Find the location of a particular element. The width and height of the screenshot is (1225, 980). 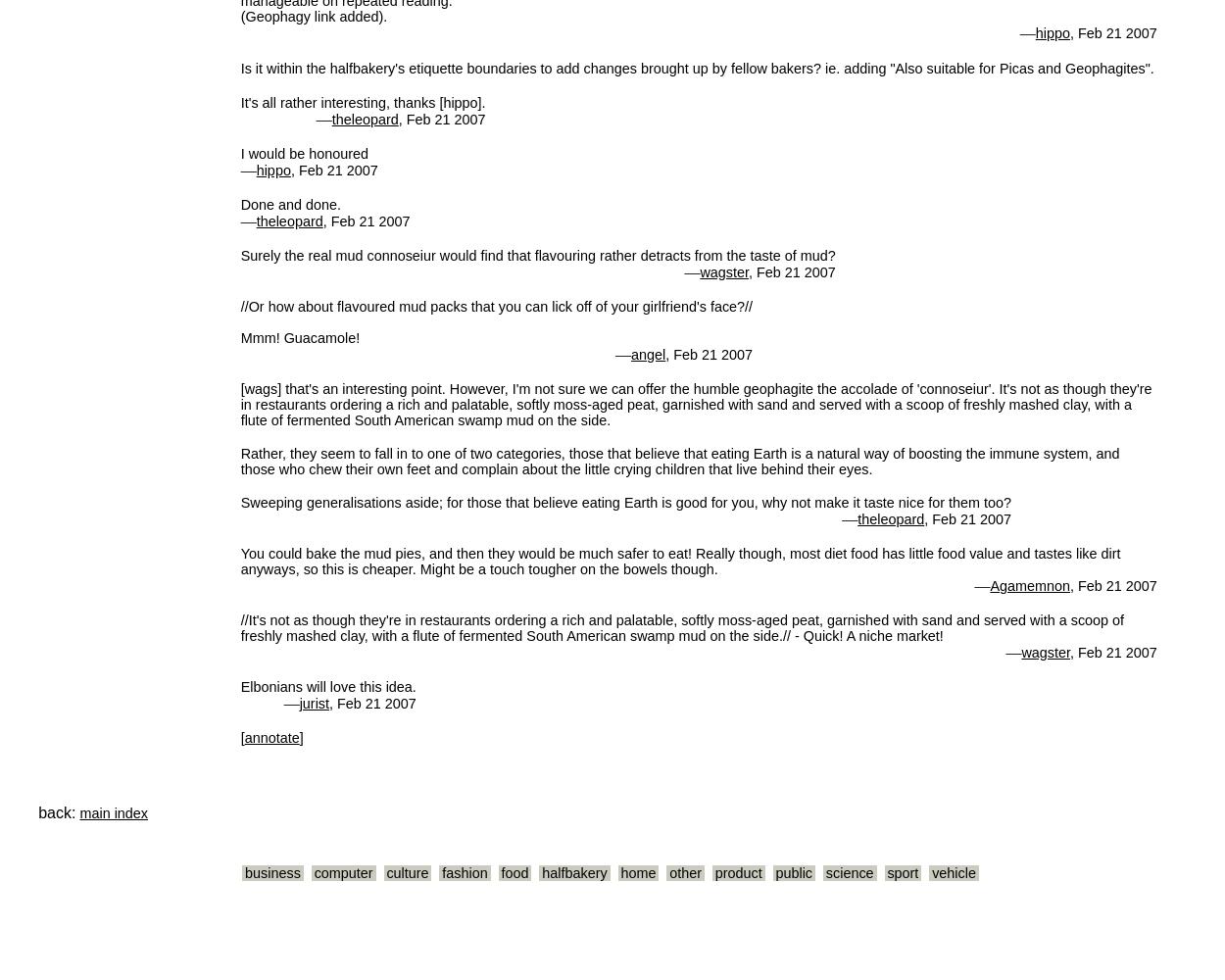

'fashion' is located at coordinates (464, 872).